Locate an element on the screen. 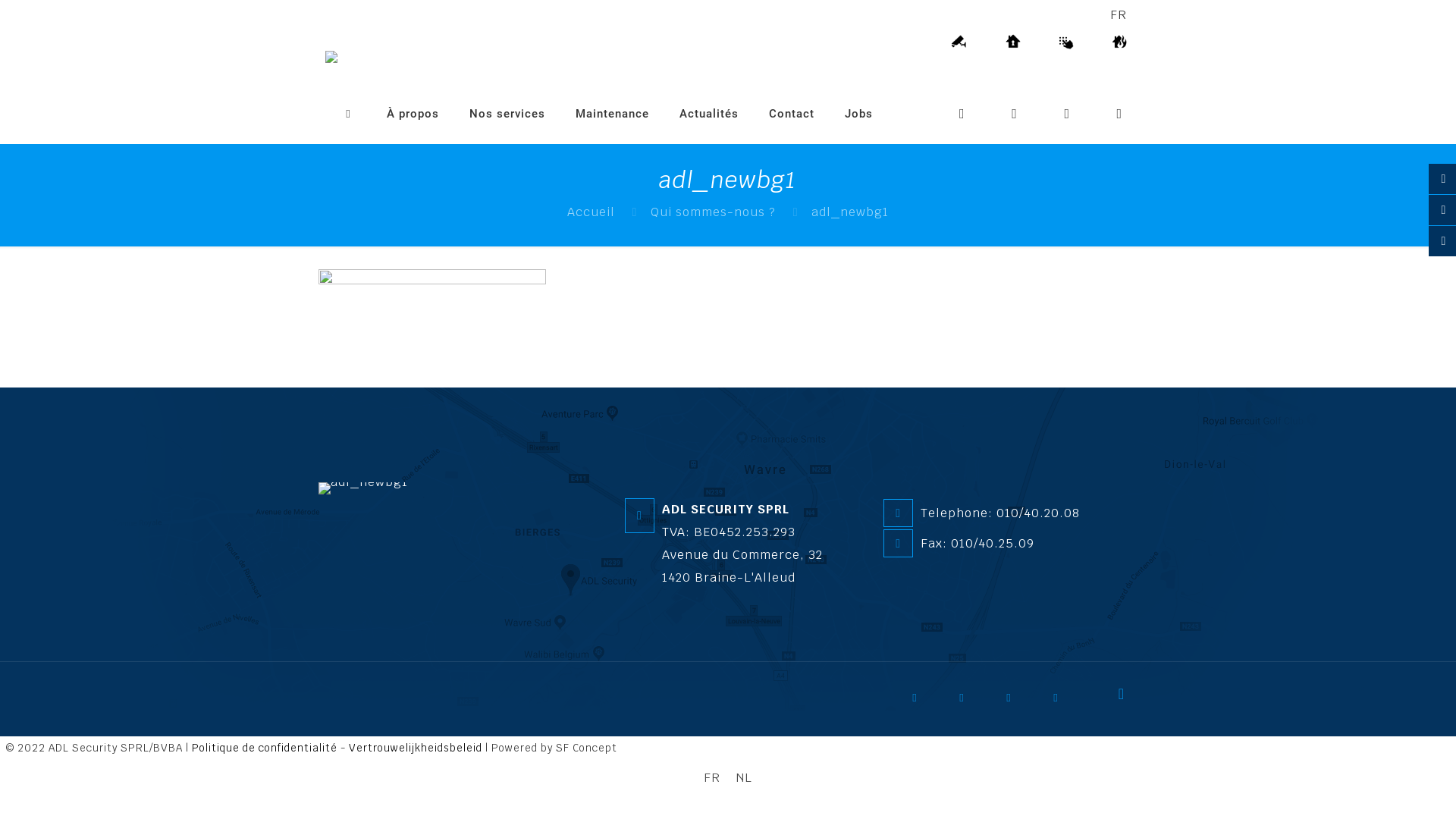 The height and width of the screenshot is (819, 1456). 'Contact' is located at coordinates (790, 113).